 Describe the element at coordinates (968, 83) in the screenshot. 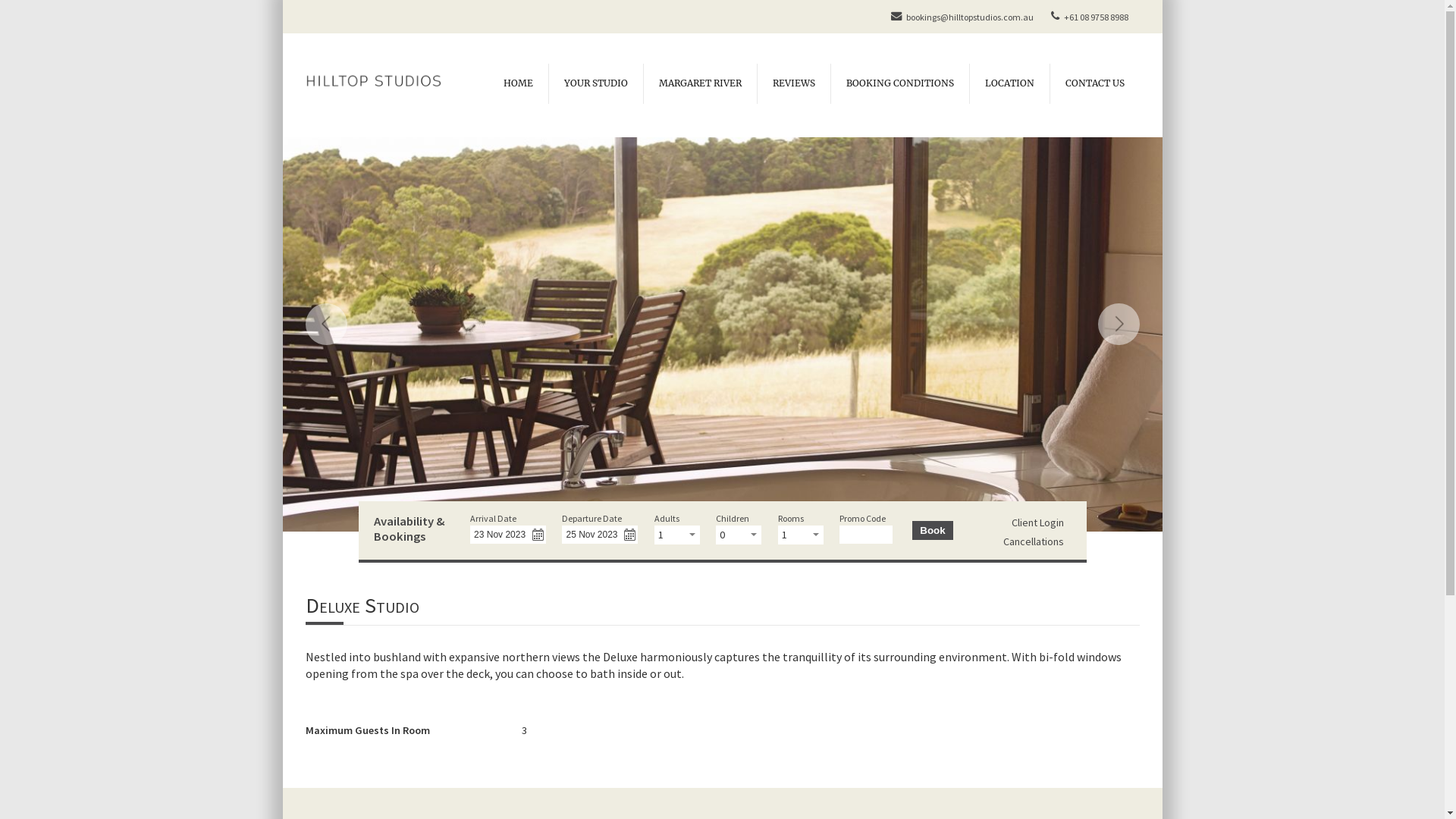

I see `'LOCATION'` at that location.